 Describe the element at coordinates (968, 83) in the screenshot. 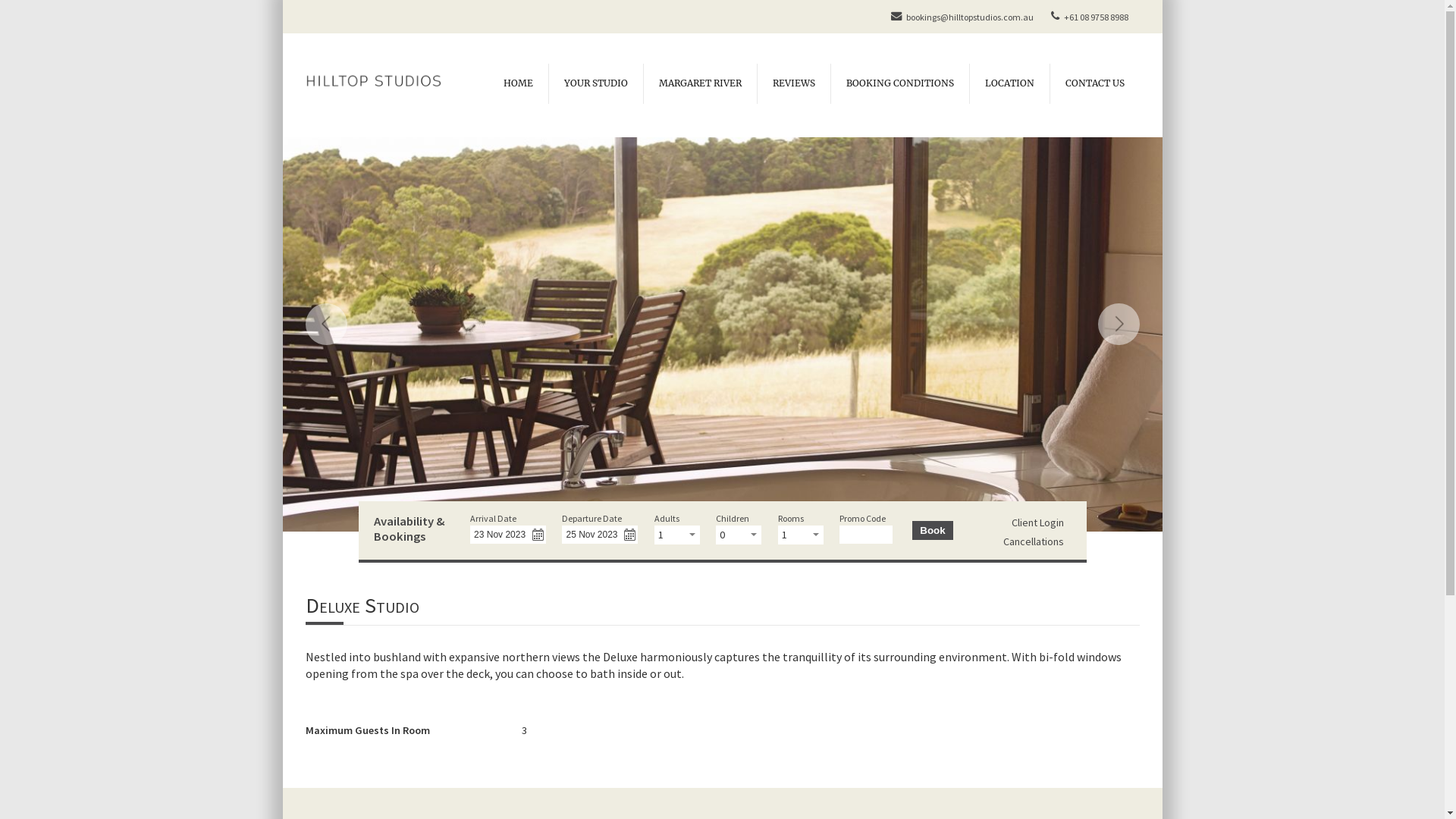

I see `'LOCATION'` at that location.